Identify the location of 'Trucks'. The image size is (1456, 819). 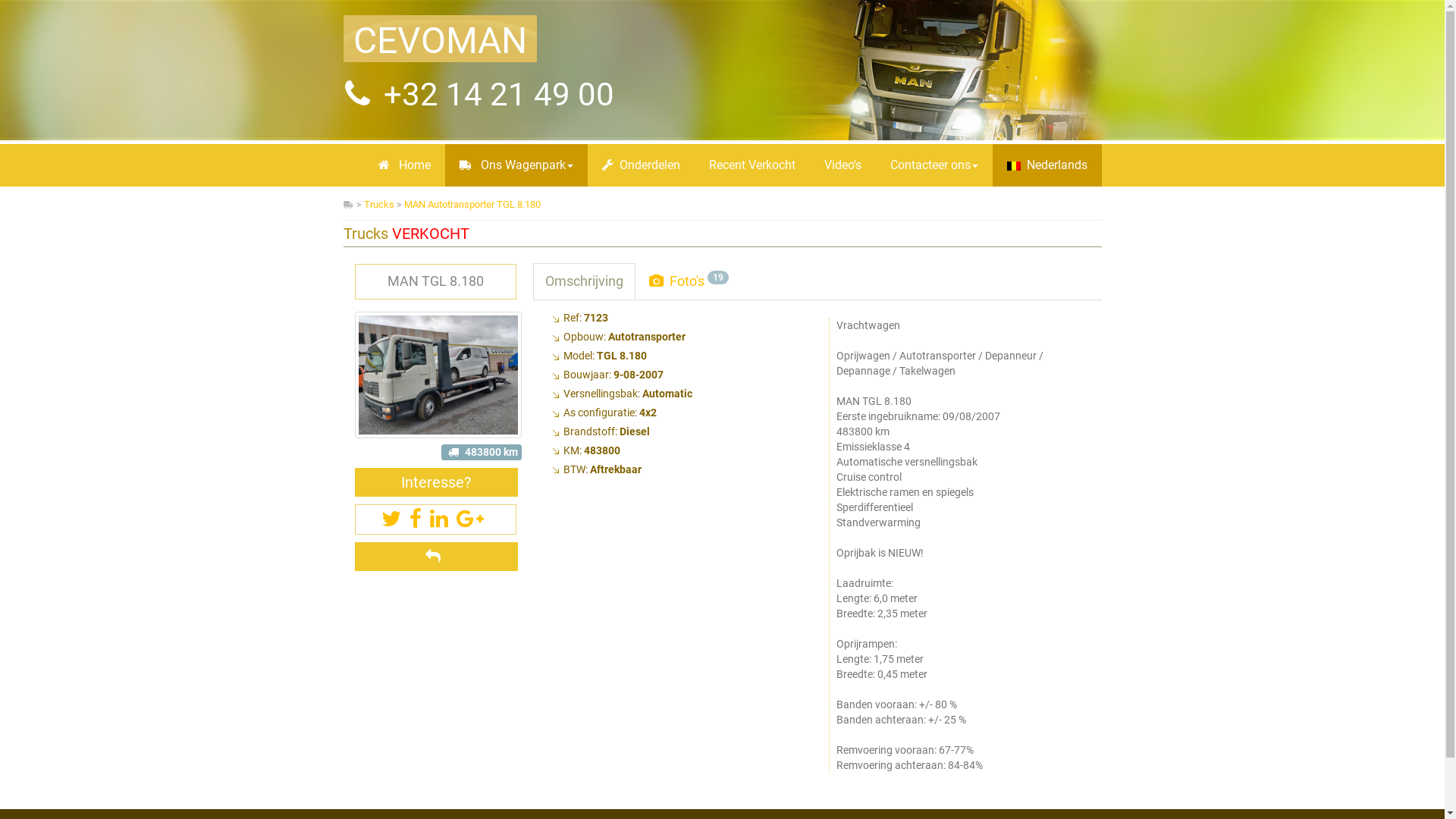
(364, 203).